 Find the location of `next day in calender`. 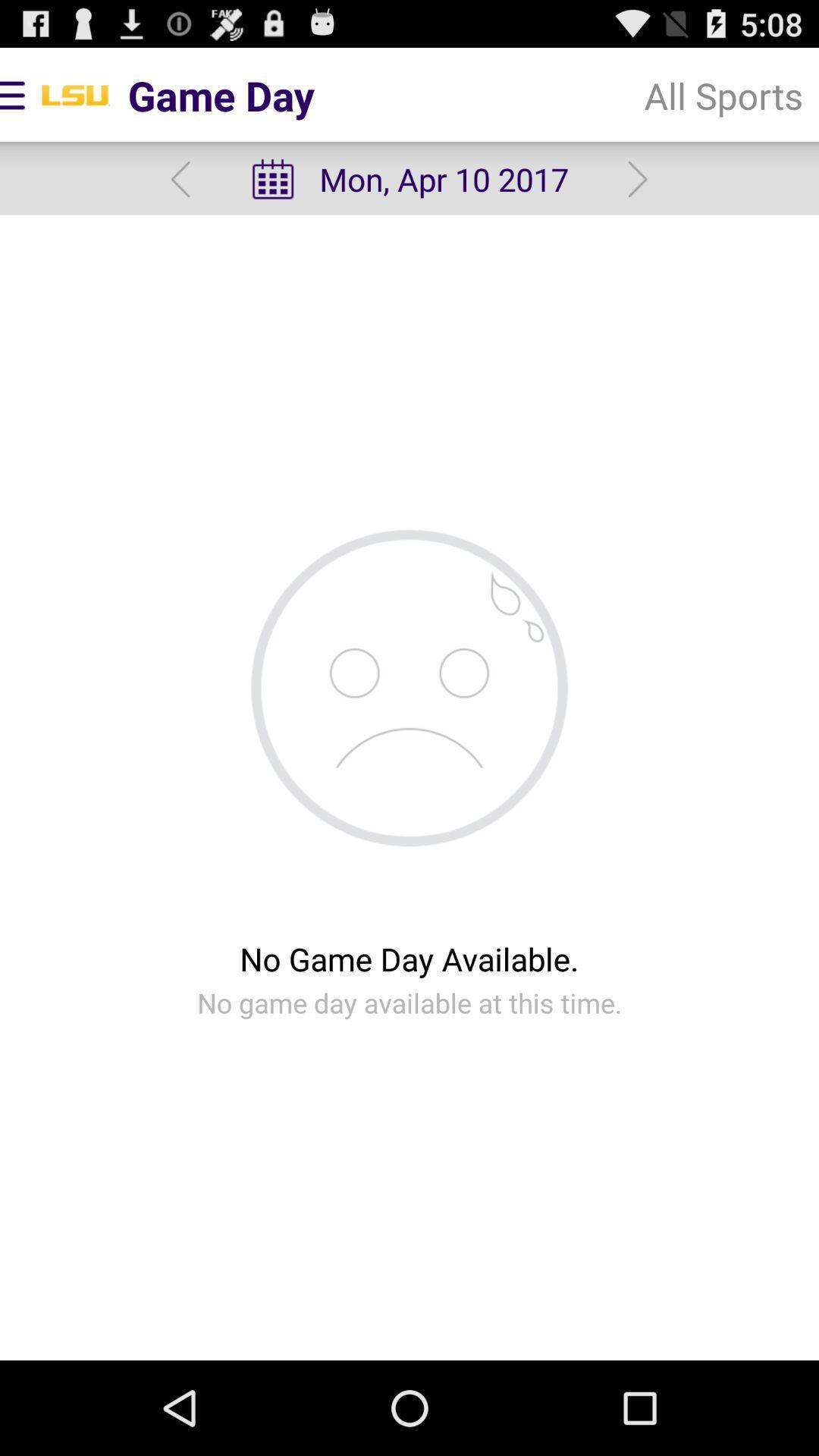

next day in calender is located at coordinates (638, 179).